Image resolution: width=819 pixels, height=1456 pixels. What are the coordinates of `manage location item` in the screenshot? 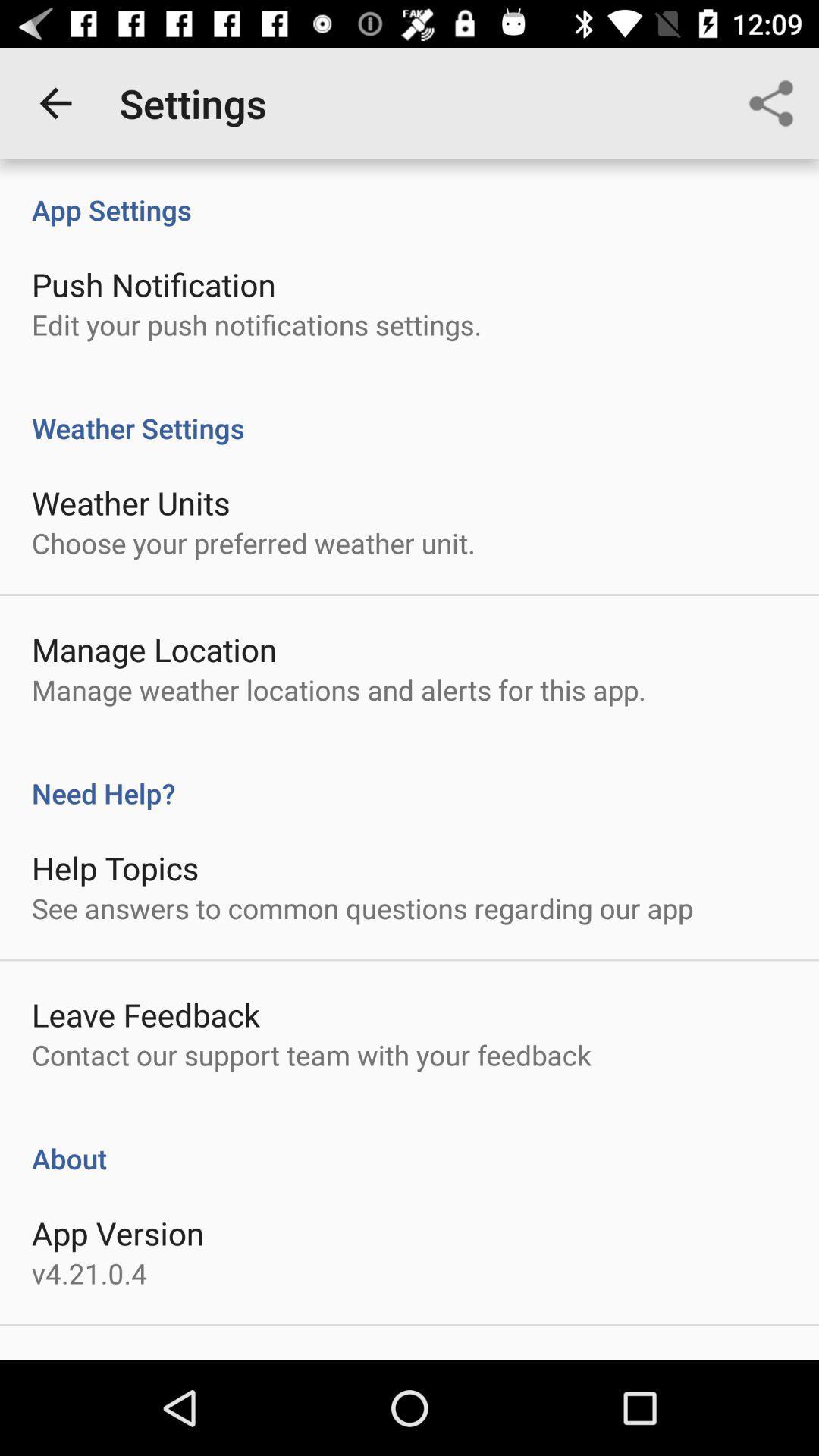 It's located at (154, 649).